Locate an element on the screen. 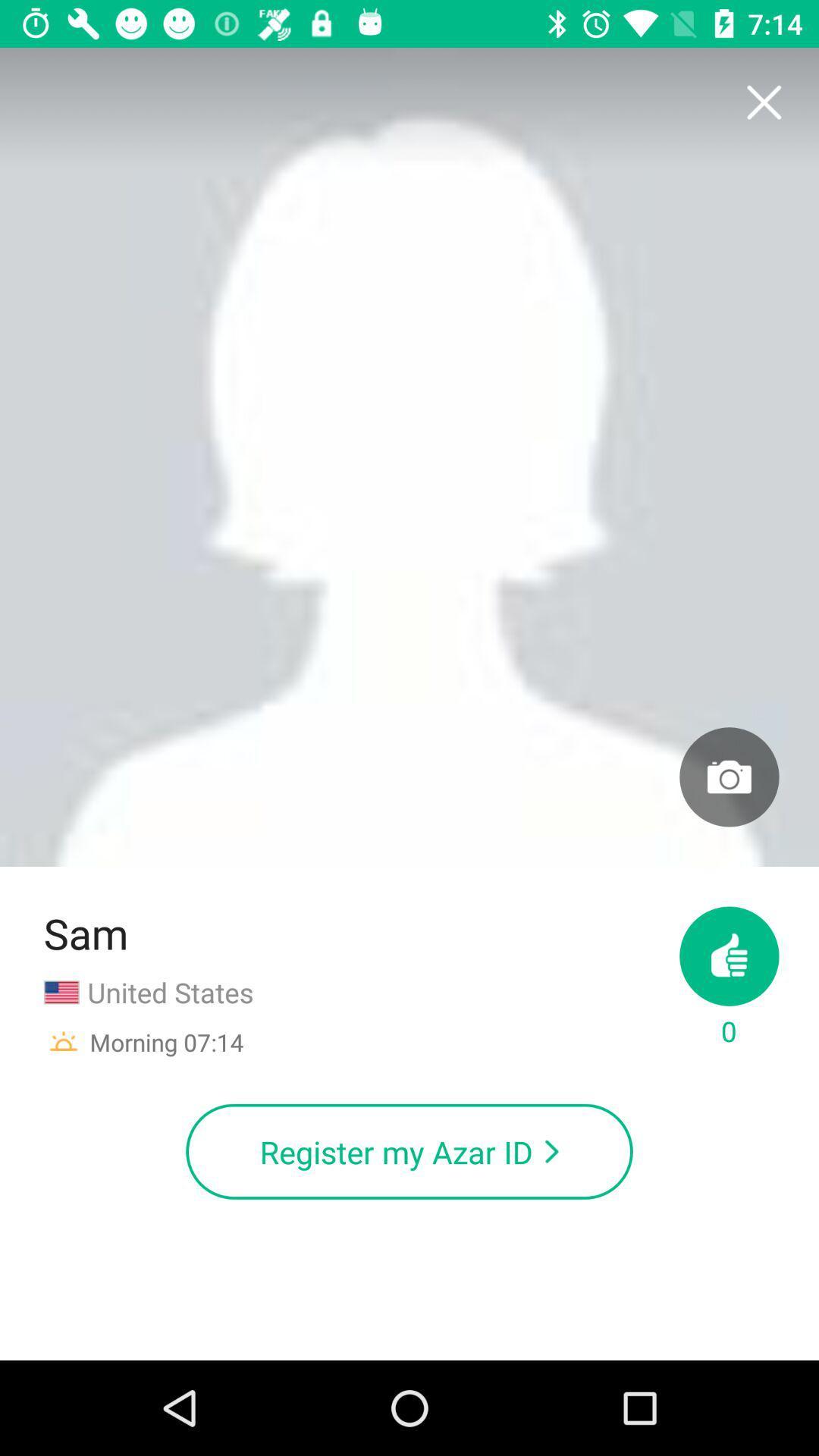  the 0 icon is located at coordinates (728, 978).